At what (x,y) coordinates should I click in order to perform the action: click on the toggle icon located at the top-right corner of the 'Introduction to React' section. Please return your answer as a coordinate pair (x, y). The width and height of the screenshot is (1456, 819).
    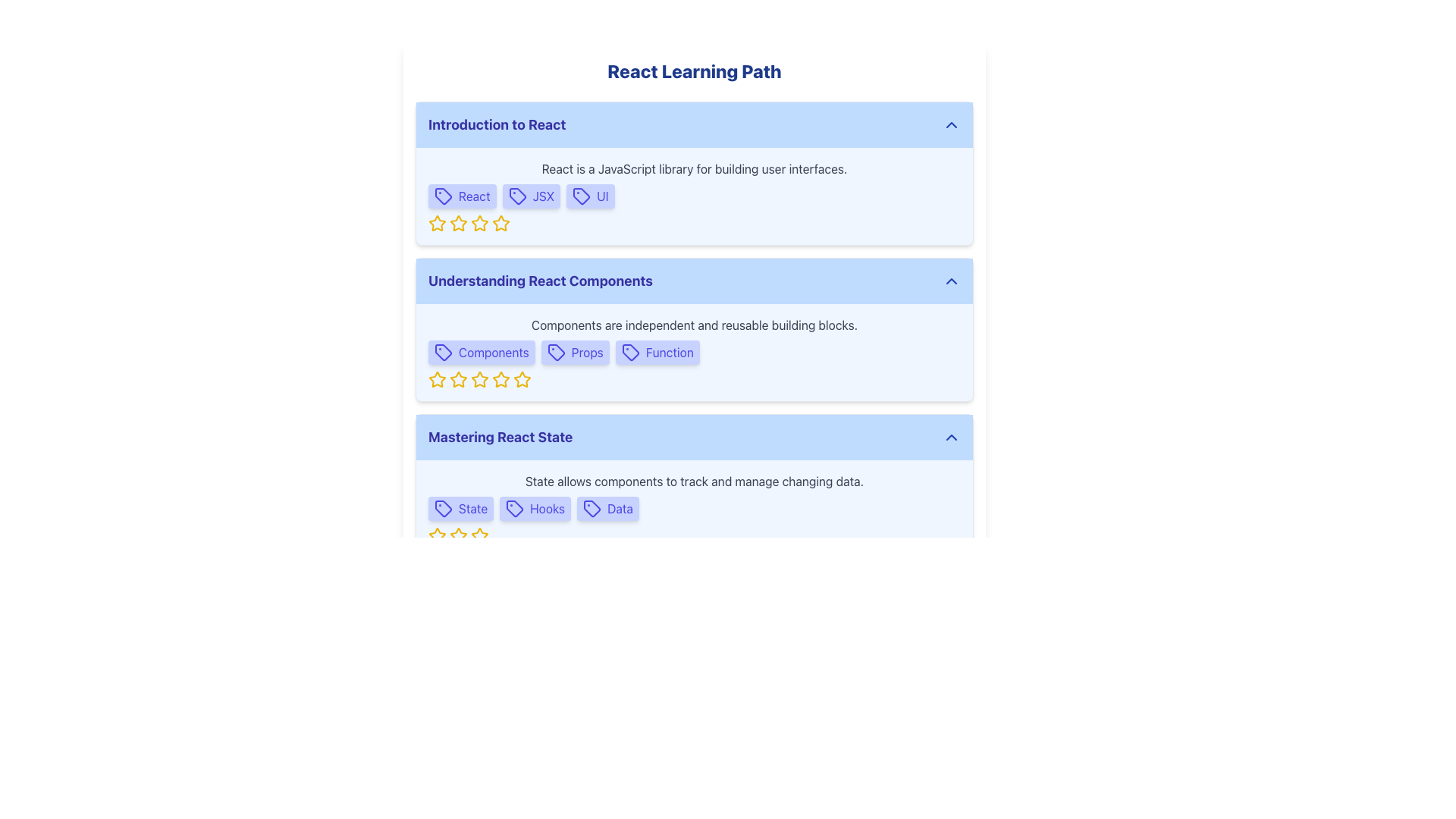
    Looking at the image, I should click on (950, 124).